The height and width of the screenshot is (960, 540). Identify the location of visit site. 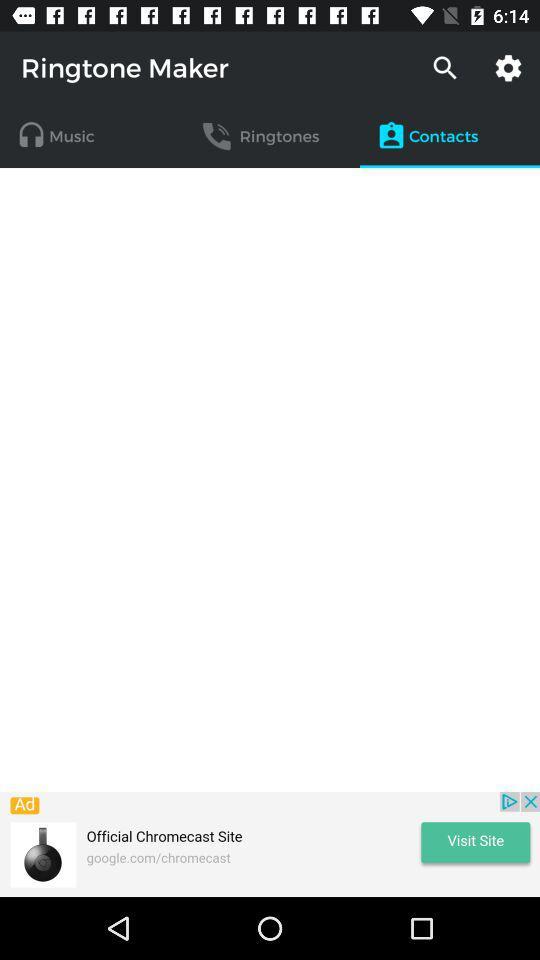
(270, 843).